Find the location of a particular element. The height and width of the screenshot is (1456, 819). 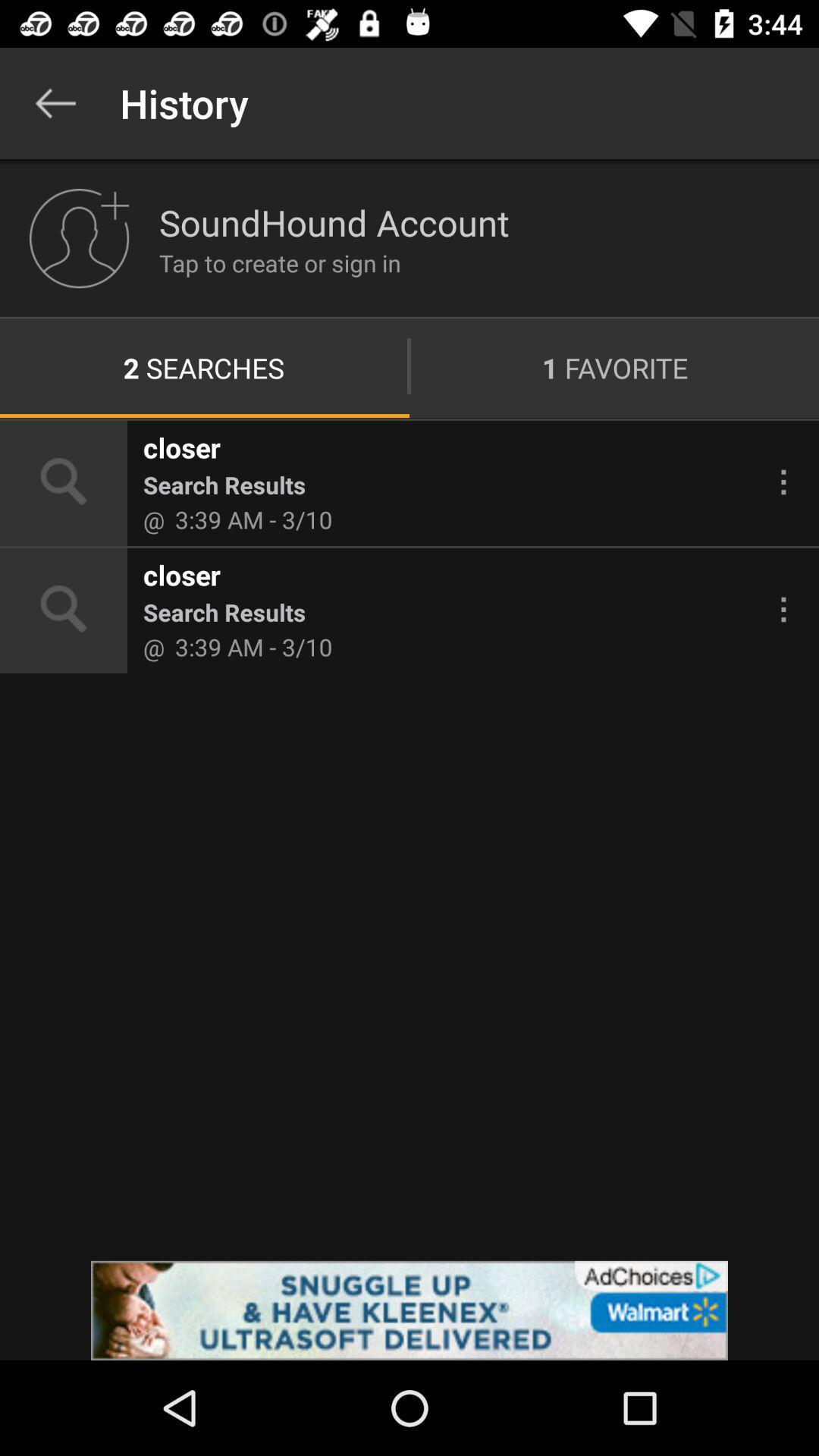

the more icon is located at coordinates (783, 609).